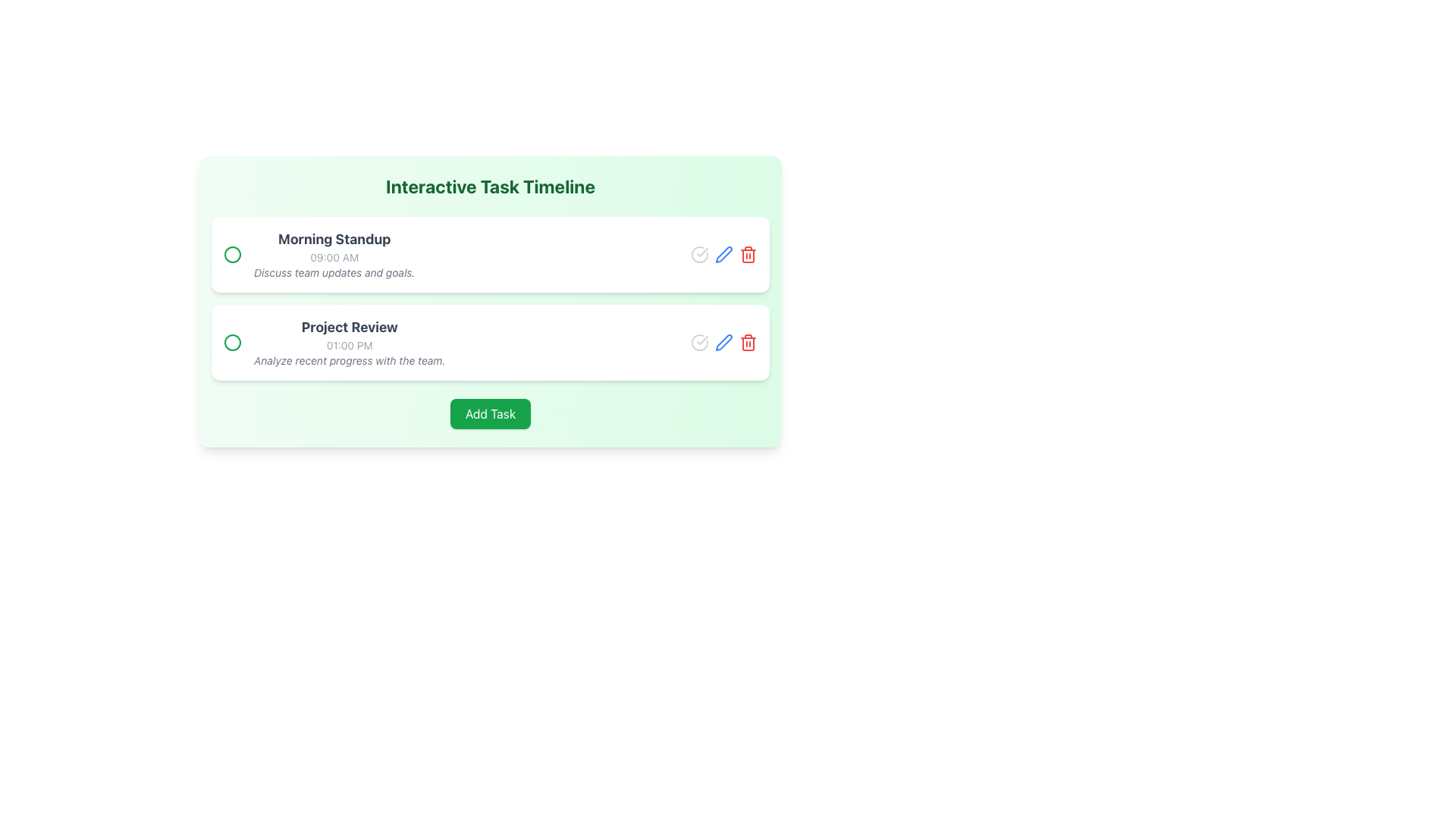 The height and width of the screenshot is (819, 1456). Describe the element at coordinates (349, 345) in the screenshot. I see `the text element that indicates the time associated with the 'Project Review' task, positioned between the title and description in the task list under 'Interactive Task Timeline'` at that location.